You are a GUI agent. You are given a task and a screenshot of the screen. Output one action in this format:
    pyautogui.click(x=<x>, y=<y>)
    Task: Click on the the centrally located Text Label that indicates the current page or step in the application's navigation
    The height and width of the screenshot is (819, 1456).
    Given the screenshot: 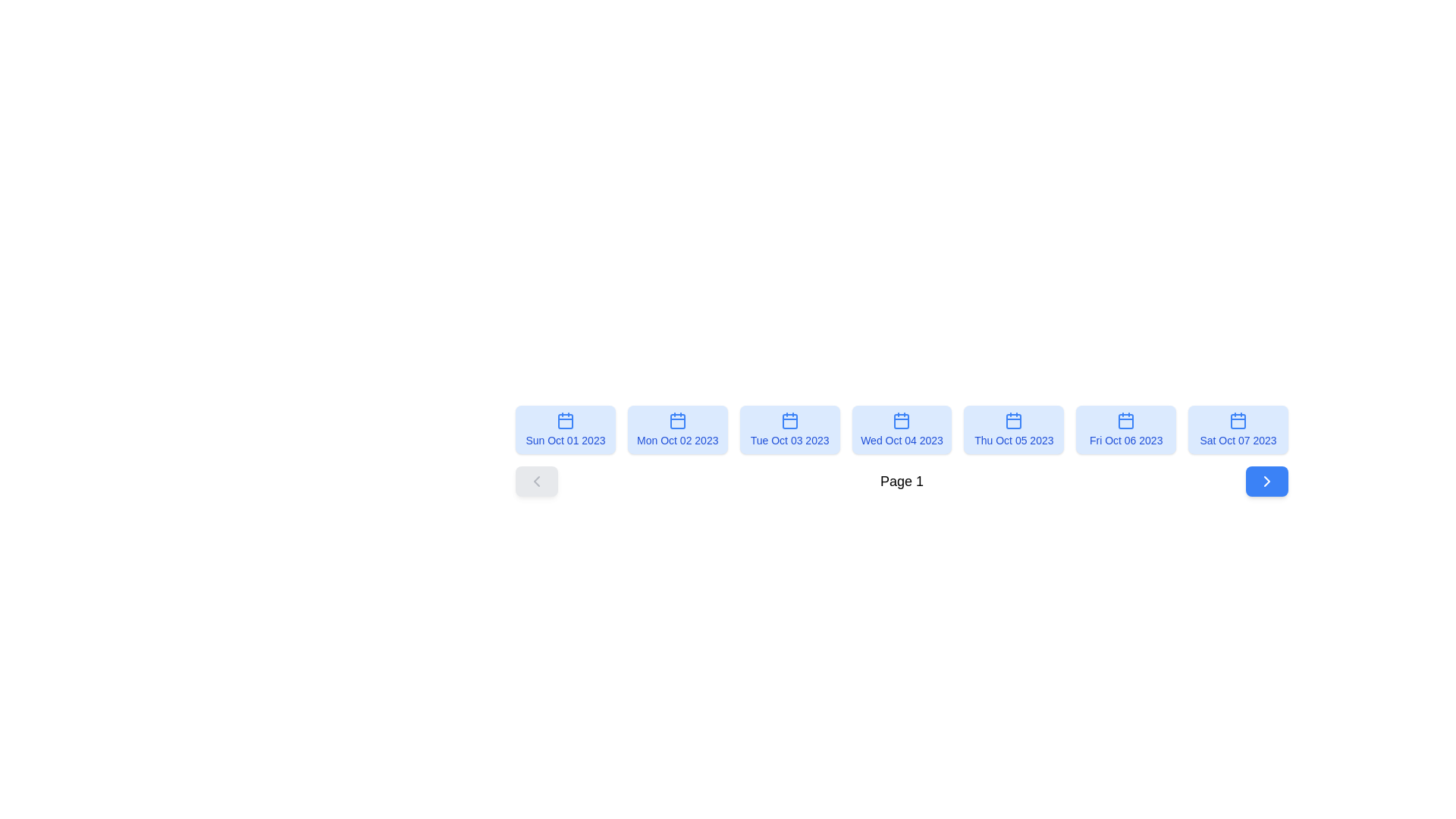 What is the action you would take?
    pyautogui.click(x=902, y=482)
    